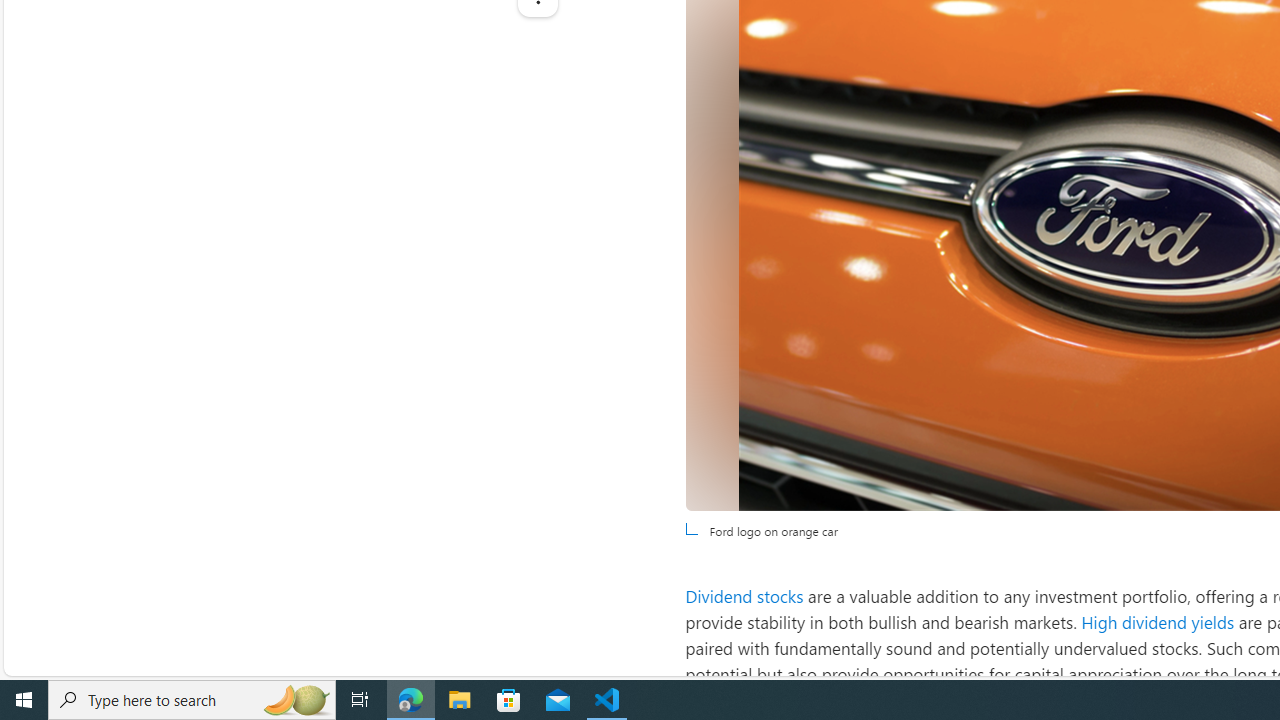 The width and height of the screenshot is (1280, 720). Describe the element at coordinates (1158, 621) in the screenshot. I see `'High dividend yields'` at that location.